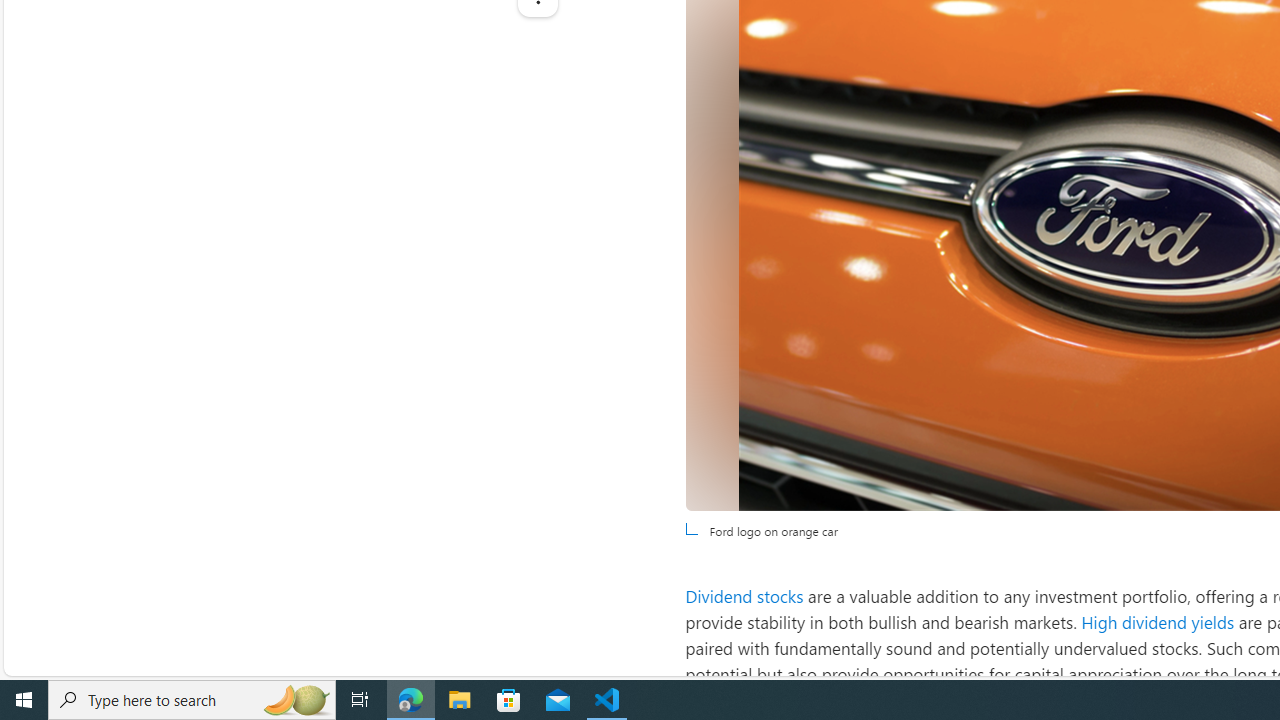 The width and height of the screenshot is (1280, 720). Describe the element at coordinates (1158, 621) in the screenshot. I see `'High dividend yields'` at that location.